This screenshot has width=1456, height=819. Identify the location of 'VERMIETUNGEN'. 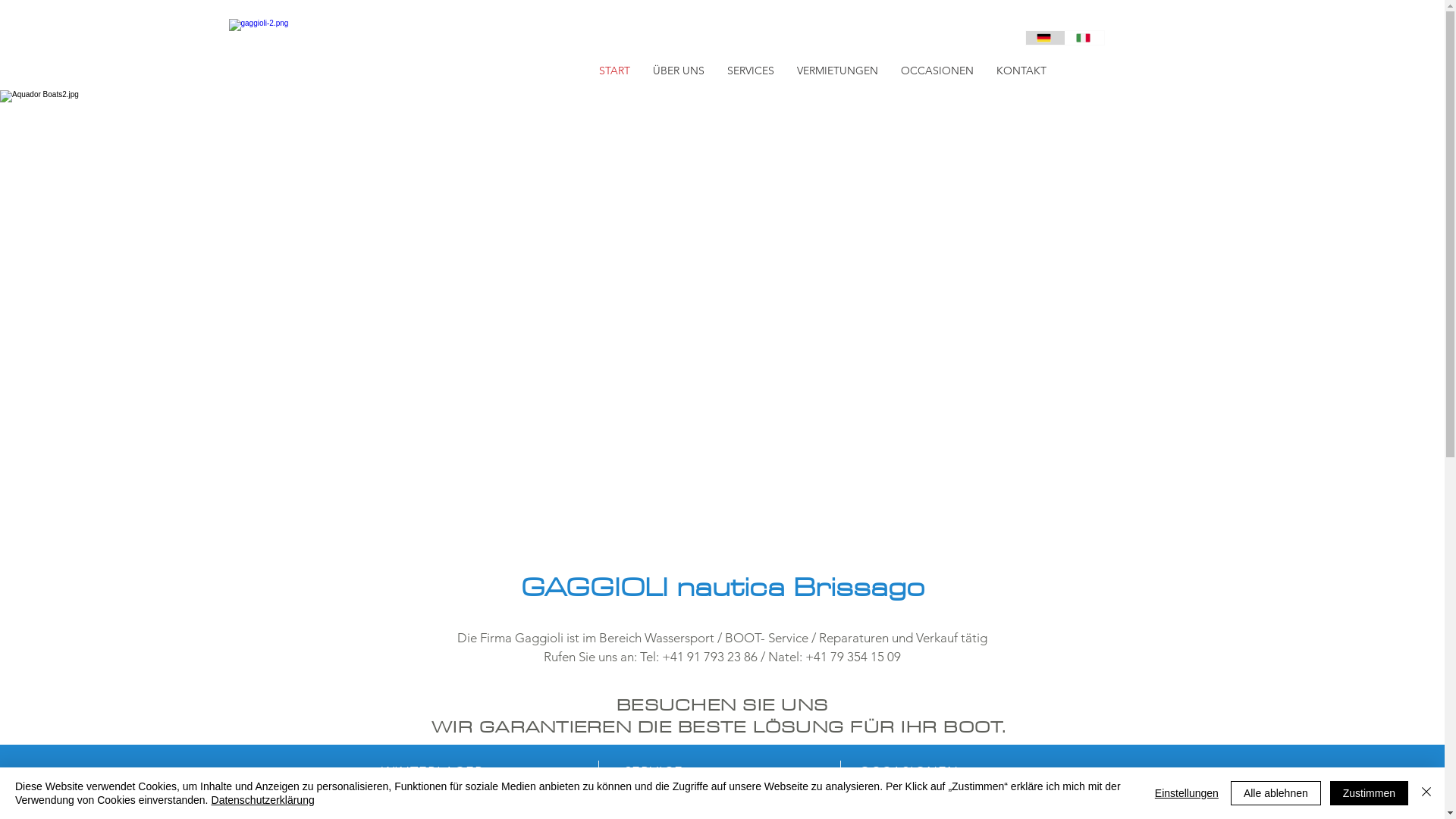
(836, 70).